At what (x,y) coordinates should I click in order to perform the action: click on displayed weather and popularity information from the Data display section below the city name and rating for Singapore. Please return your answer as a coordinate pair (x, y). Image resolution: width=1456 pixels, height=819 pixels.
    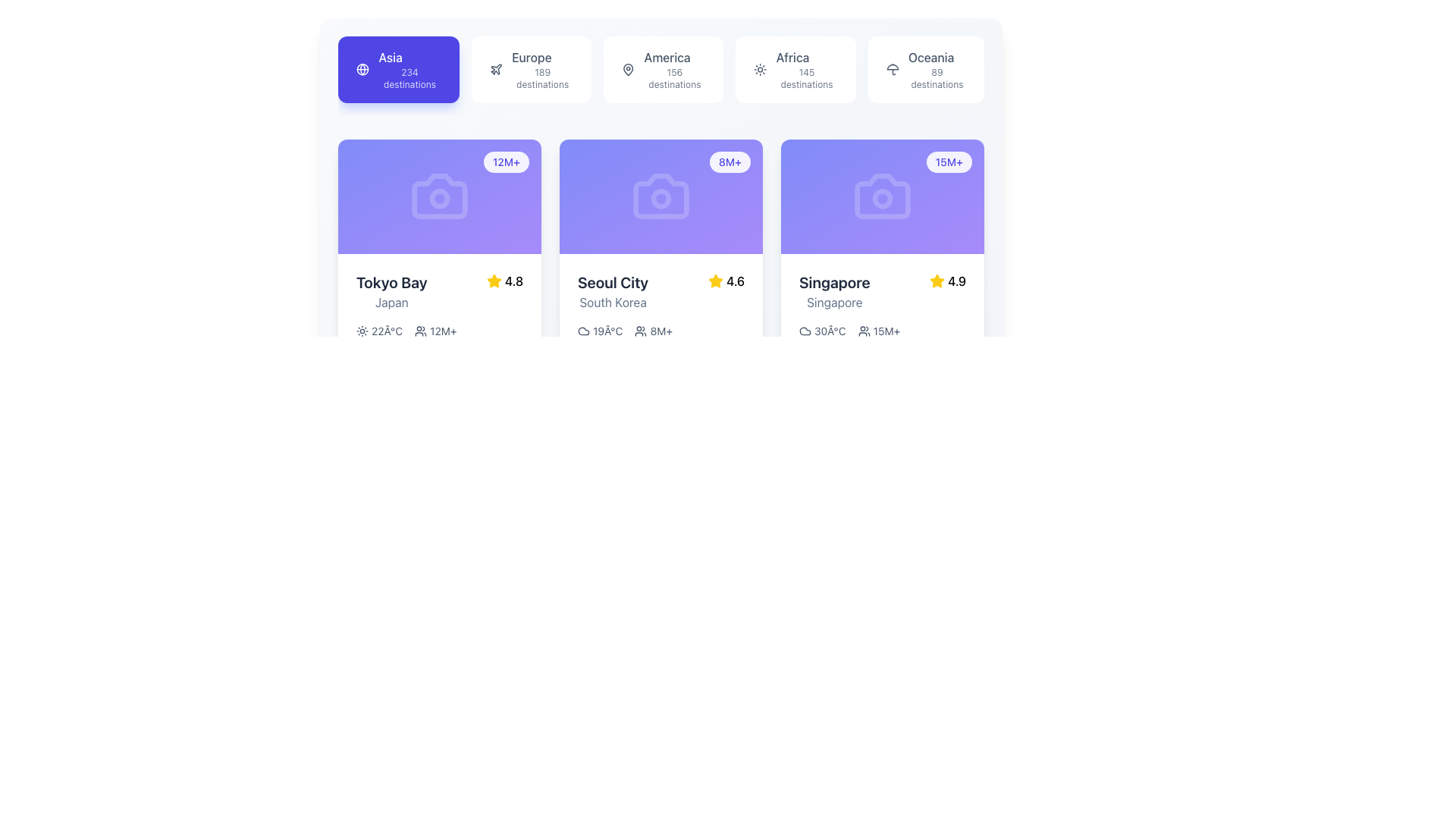
    Looking at the image, I should click on (882, 329).